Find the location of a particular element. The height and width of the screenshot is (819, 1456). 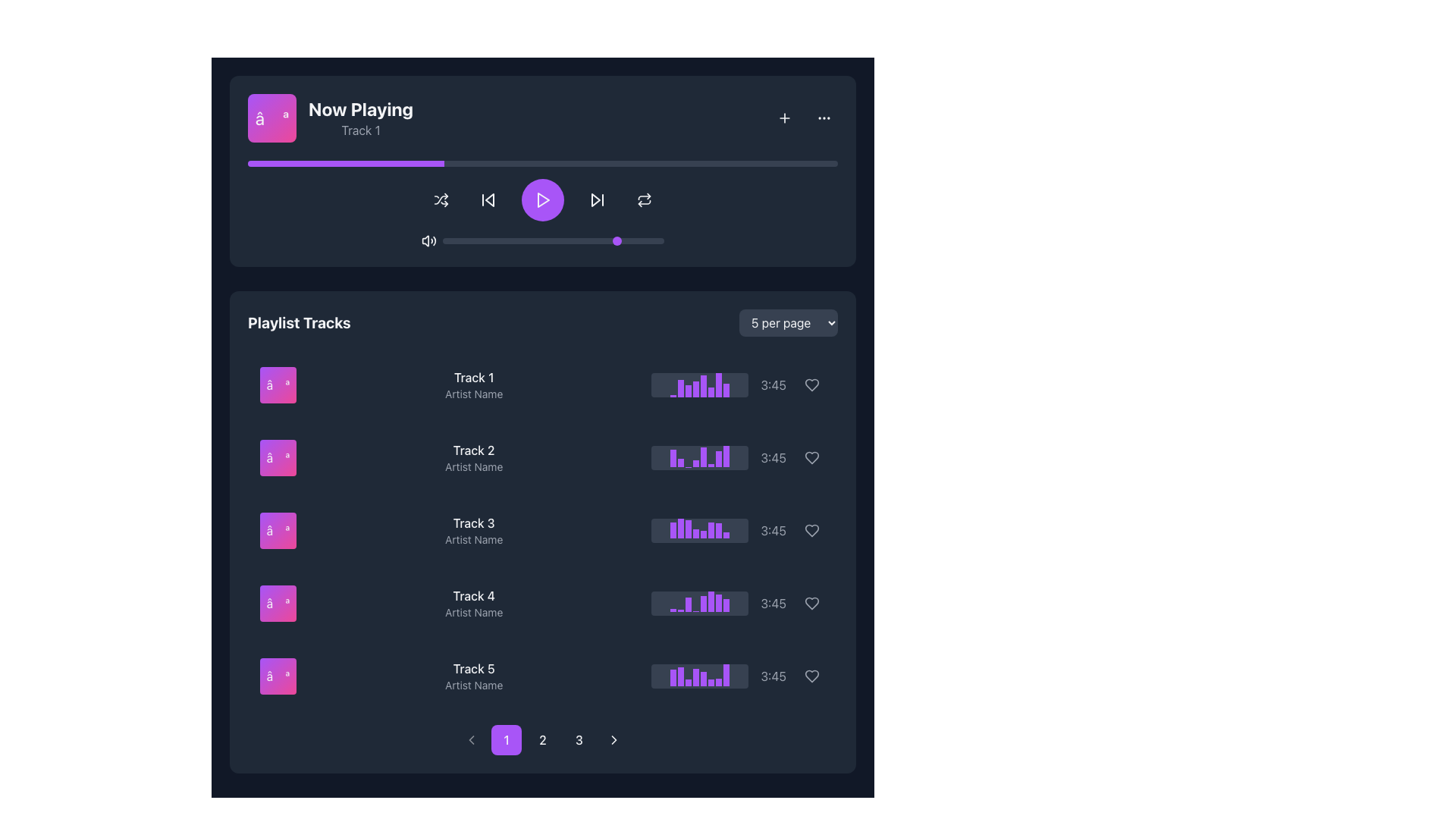

the musical note icon, which is a square element with a gradient background transitioning from purple to pink, featuring rounded corners and located to the left of 'Track 3' and artist name details is located at coordinates (278, 529).